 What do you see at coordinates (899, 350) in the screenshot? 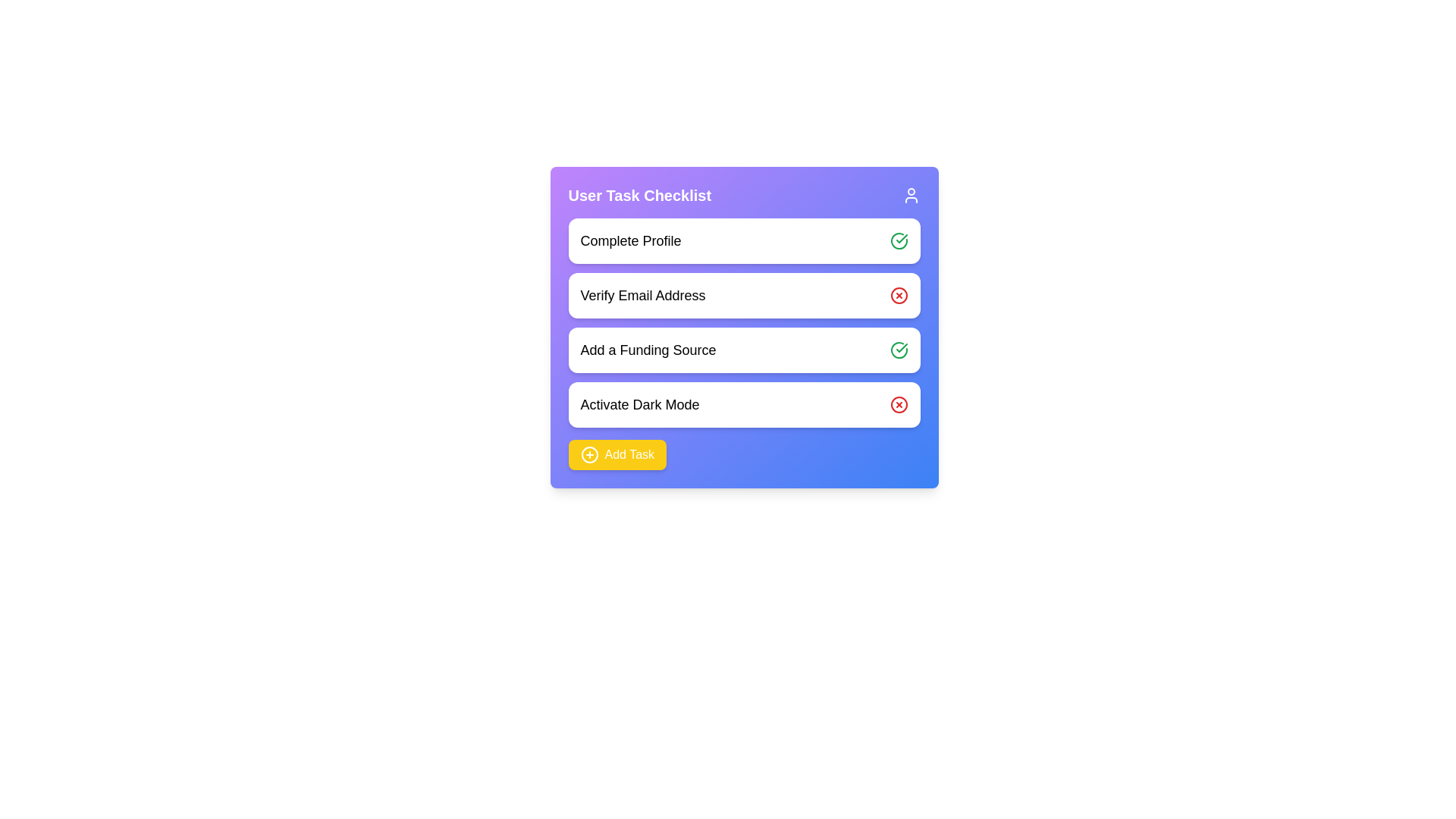
I see `the green checkmark icon located in the third row of the checklist interface, next to the text 'Add a Funding Source'` at bounding box center [899, 350].